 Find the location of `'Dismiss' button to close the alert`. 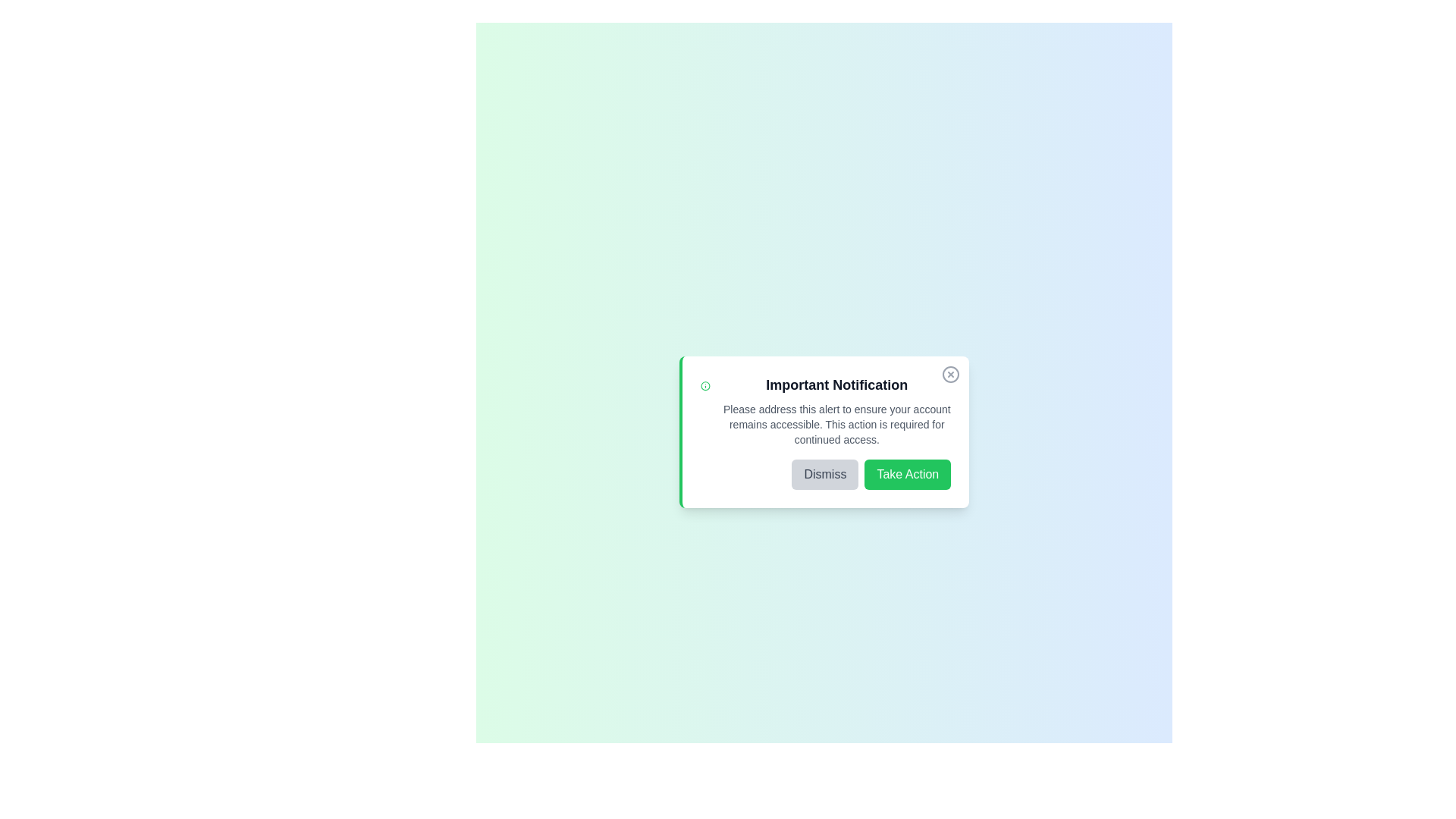

'Dismiss' button to close the alert is located at coordinates (824, 473).